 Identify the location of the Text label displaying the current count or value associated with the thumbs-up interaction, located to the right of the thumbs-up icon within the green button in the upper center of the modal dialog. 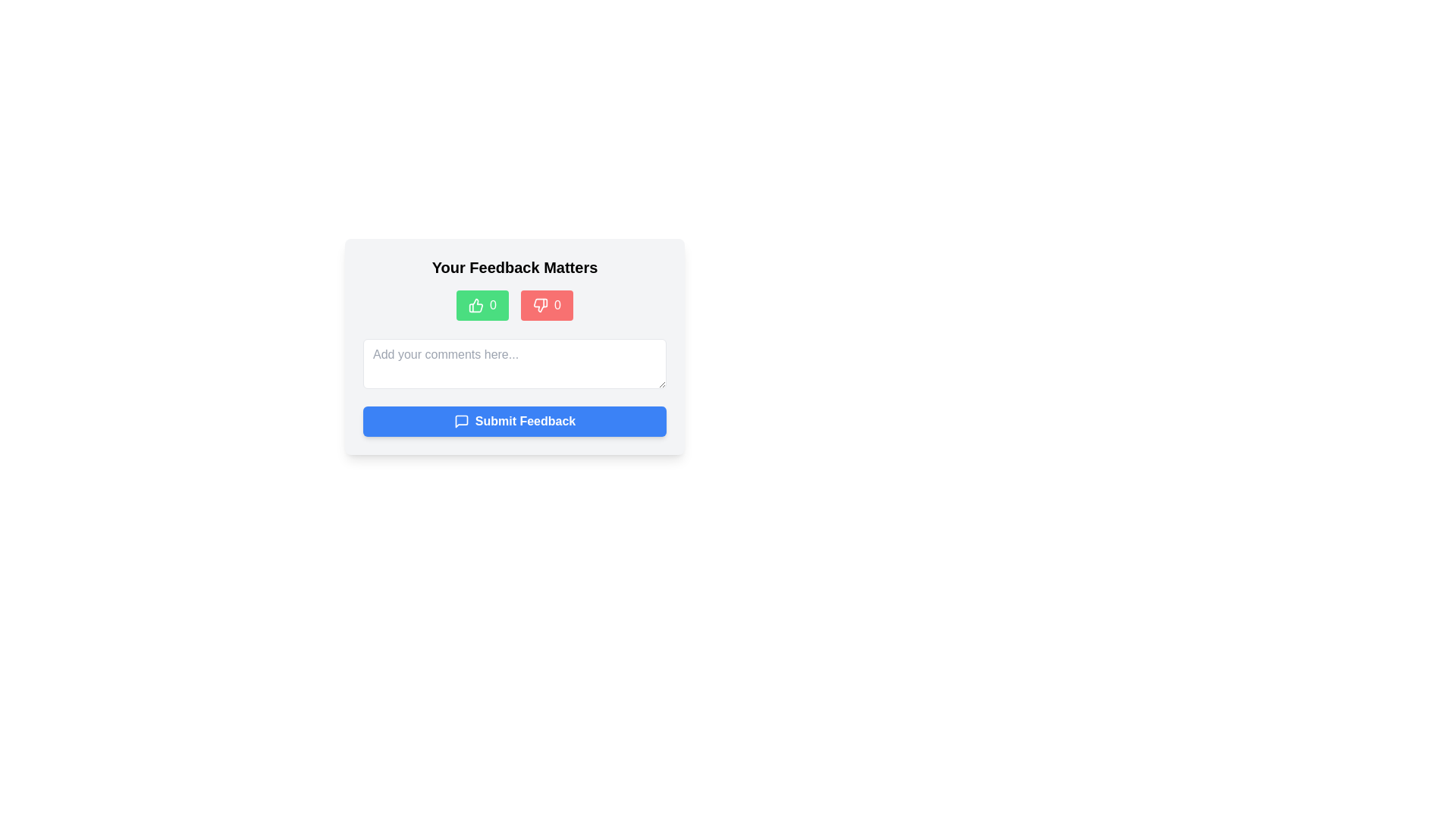
(493, 305).